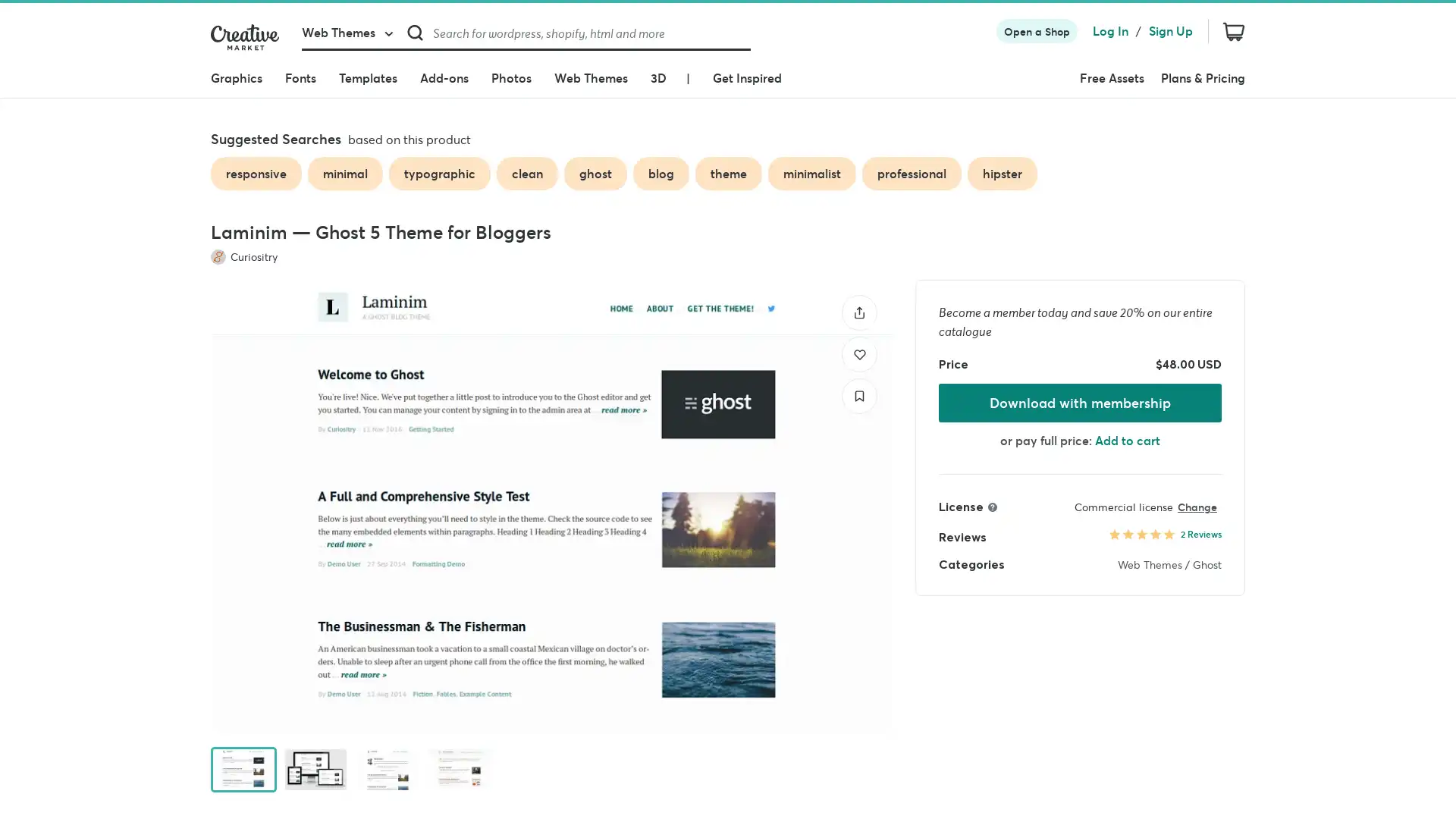 The width and height of the screenshot is (1456, 819). What do you see at coordinates (859, 394) in the screenshot?
I see `Save to collection` at bounding box center [859, 394].